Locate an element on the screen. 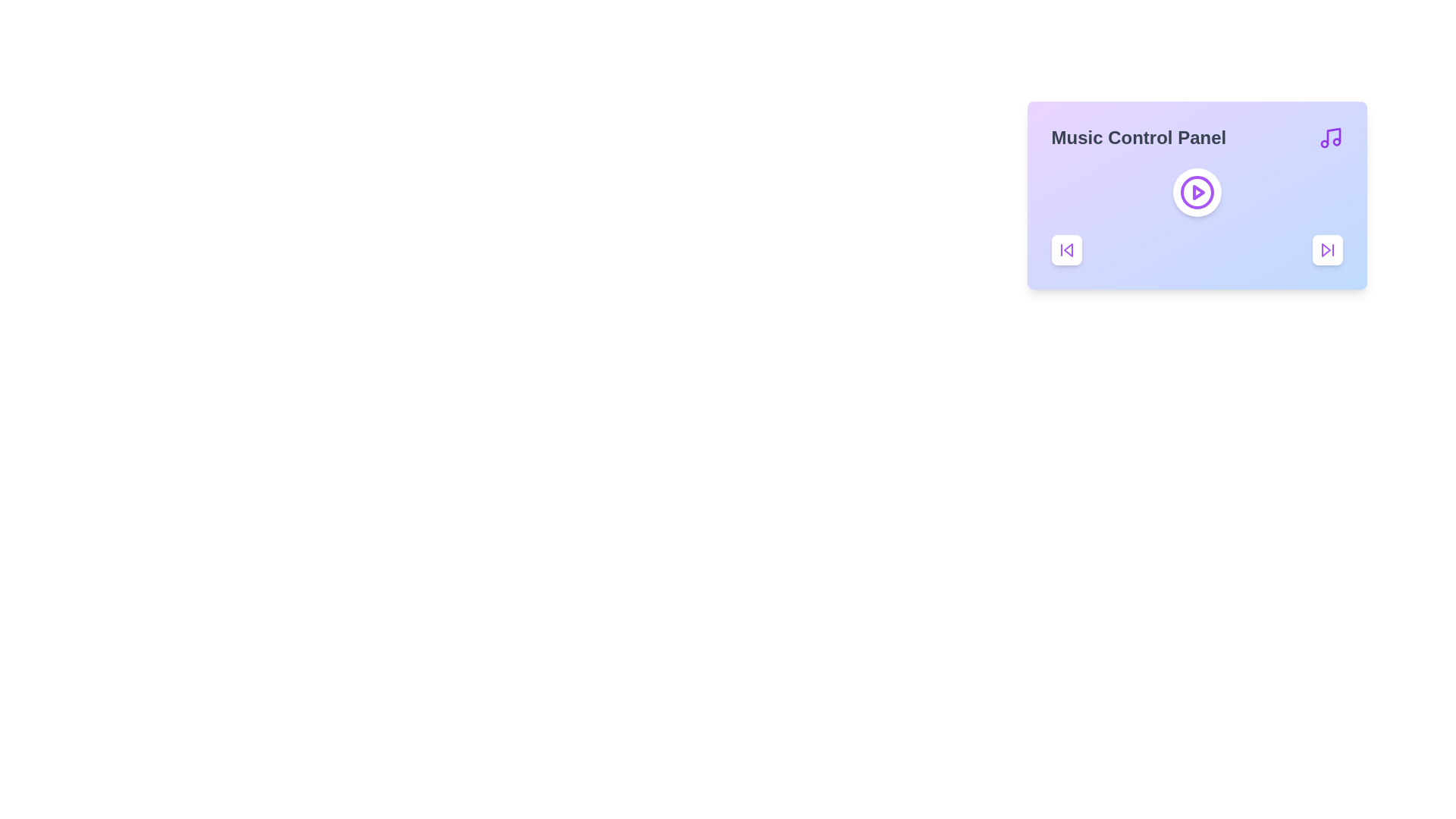 This screenshot has height=819, width=1456. the purple musical note icon located in the top-right corner of the 'Music Control Panel', which has a double note design and rounded edges is located at coordinates (1329, 137).